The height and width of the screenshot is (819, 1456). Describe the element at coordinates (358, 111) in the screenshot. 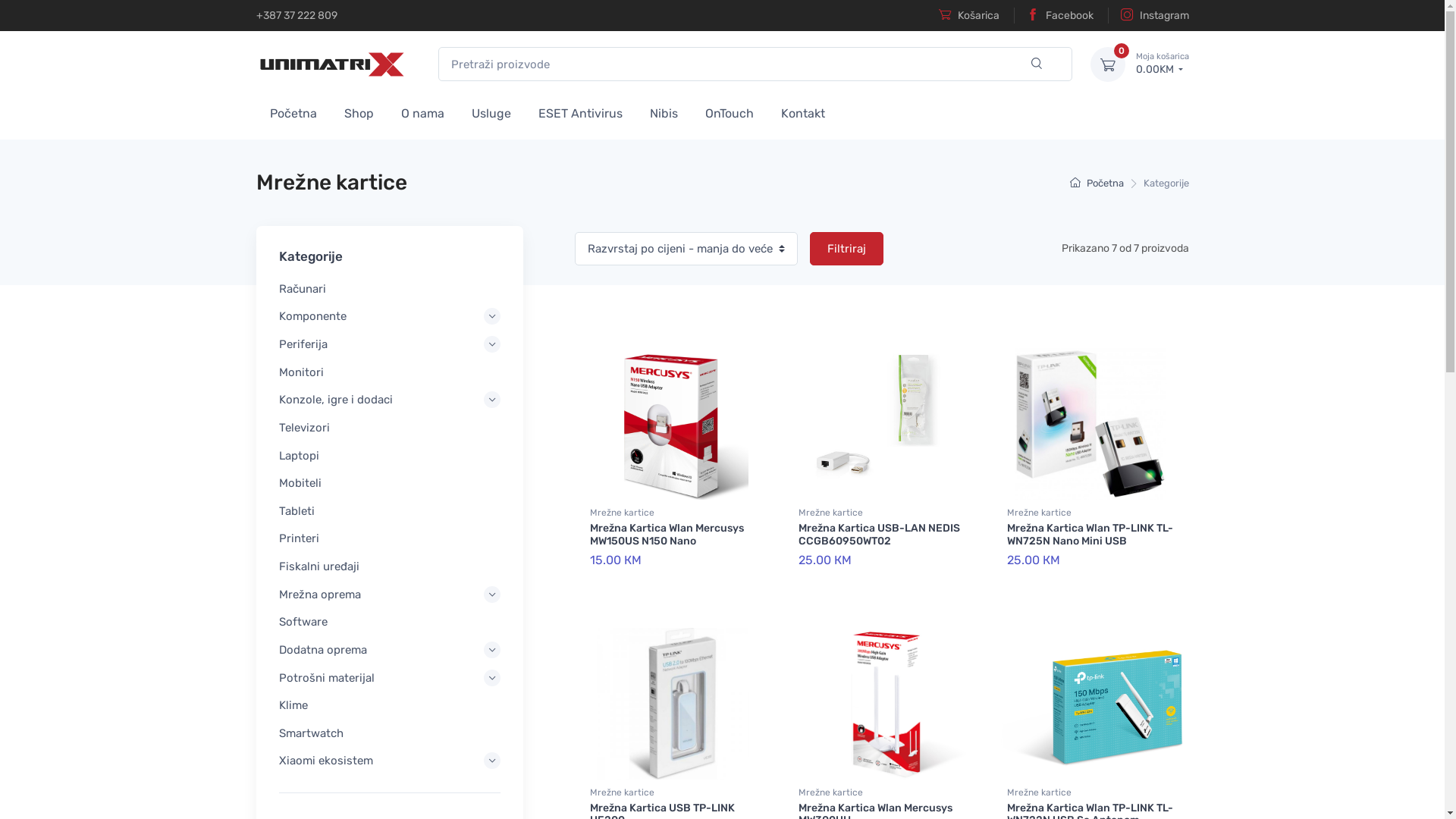

I see `'Shop'` at that location.